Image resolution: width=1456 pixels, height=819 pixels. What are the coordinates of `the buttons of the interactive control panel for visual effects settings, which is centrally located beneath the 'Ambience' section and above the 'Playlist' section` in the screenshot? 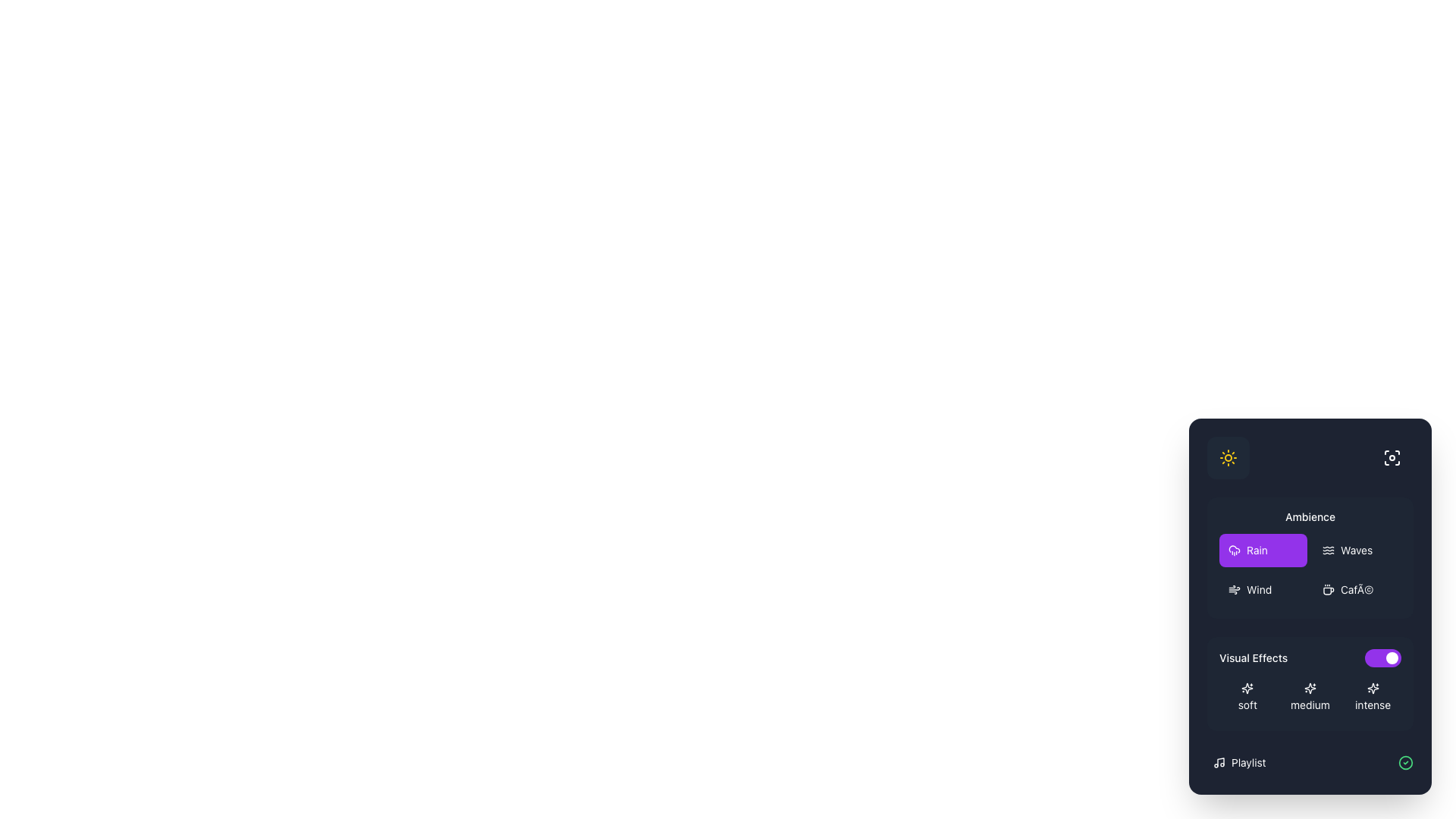 It's located at (1310, 637).